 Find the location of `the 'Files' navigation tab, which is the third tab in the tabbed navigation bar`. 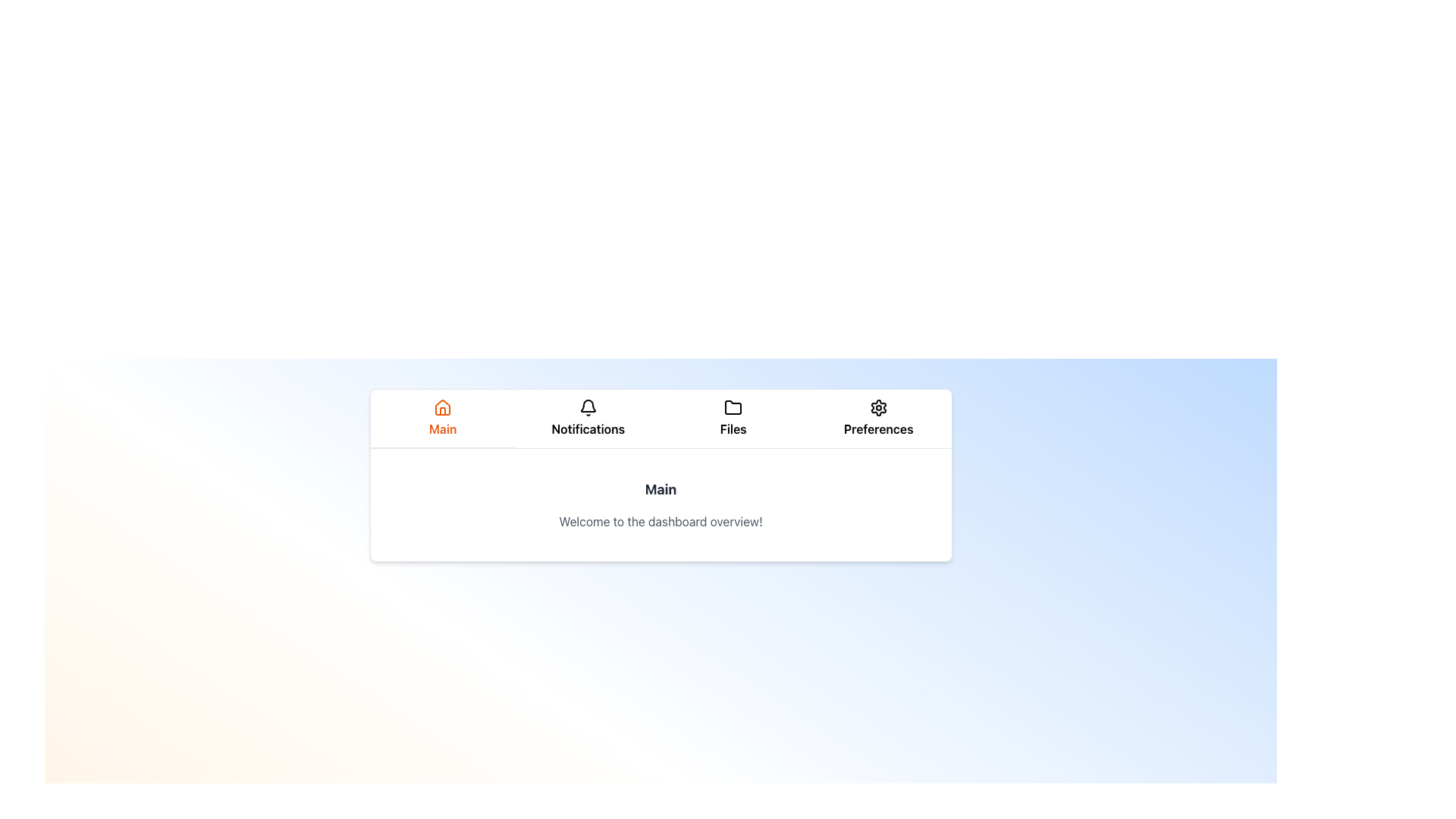

the 'Files' navigation tab, which is the third tab in the tabbed navigation bar is located at coordinates (733, 419).